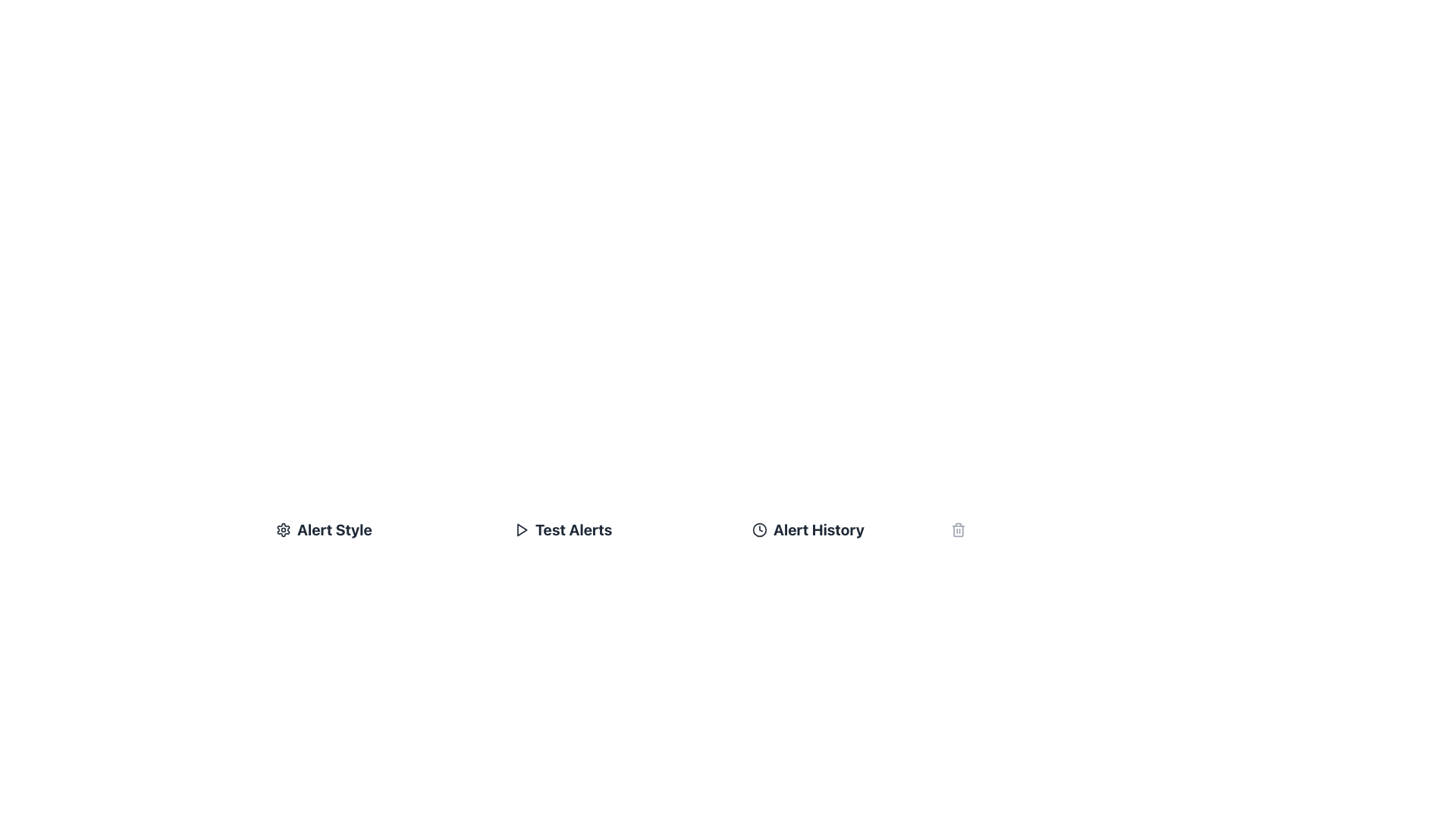 The width and height of the screenshot is (1456, 819). I want to click on the 'Alert History' icon located to the left of the 'Alert History' text, which visually represents the section related to time or historical data, so click(760, 529).